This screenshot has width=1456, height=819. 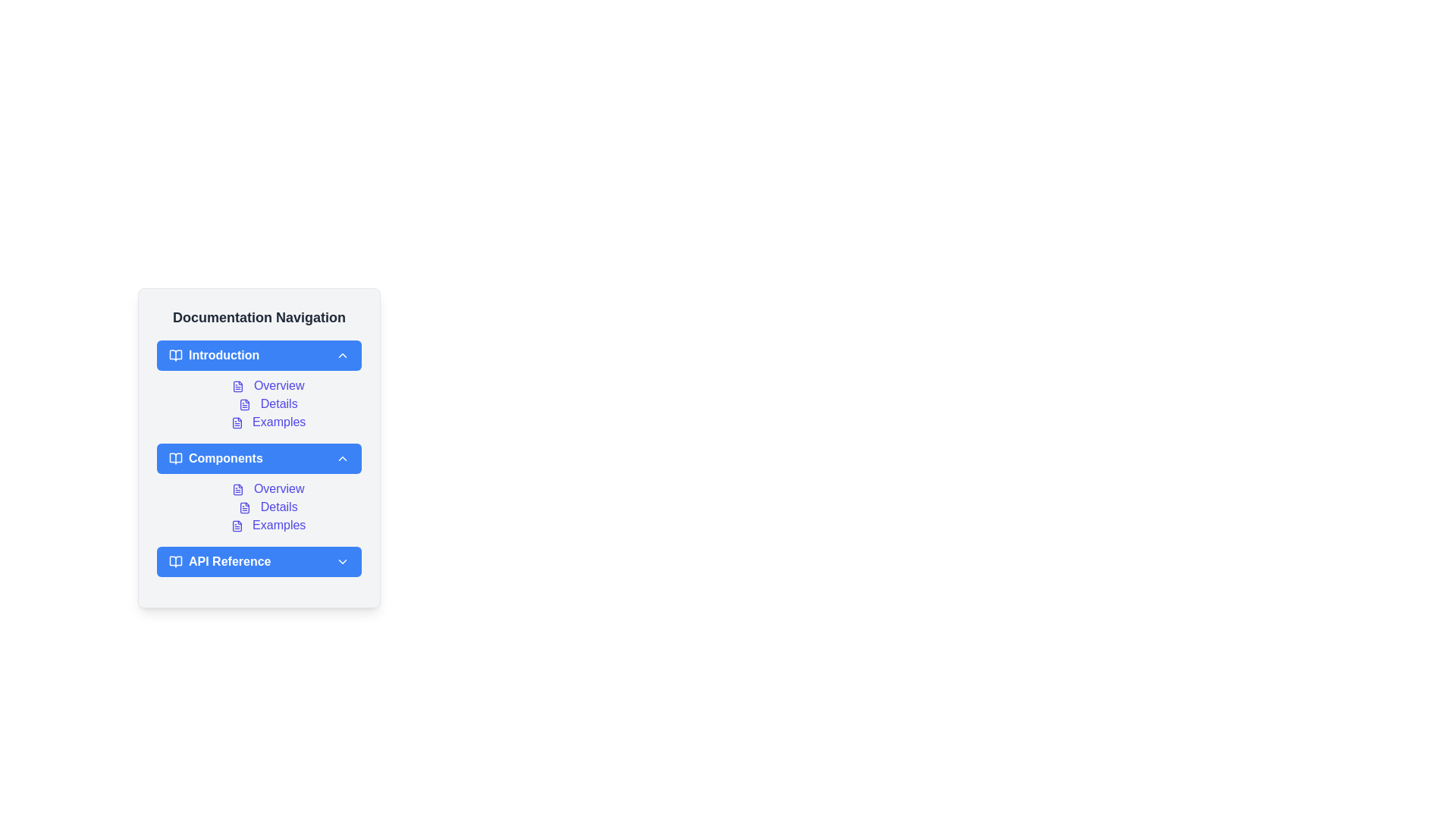 What do you see at coordinates (259, 447) in the screenshot?
I see `the 'Components' section of the interactive expandable menu, which is a rectangular panel with a light gray background and a blue highlighted section` at bounding box center [259, 447].